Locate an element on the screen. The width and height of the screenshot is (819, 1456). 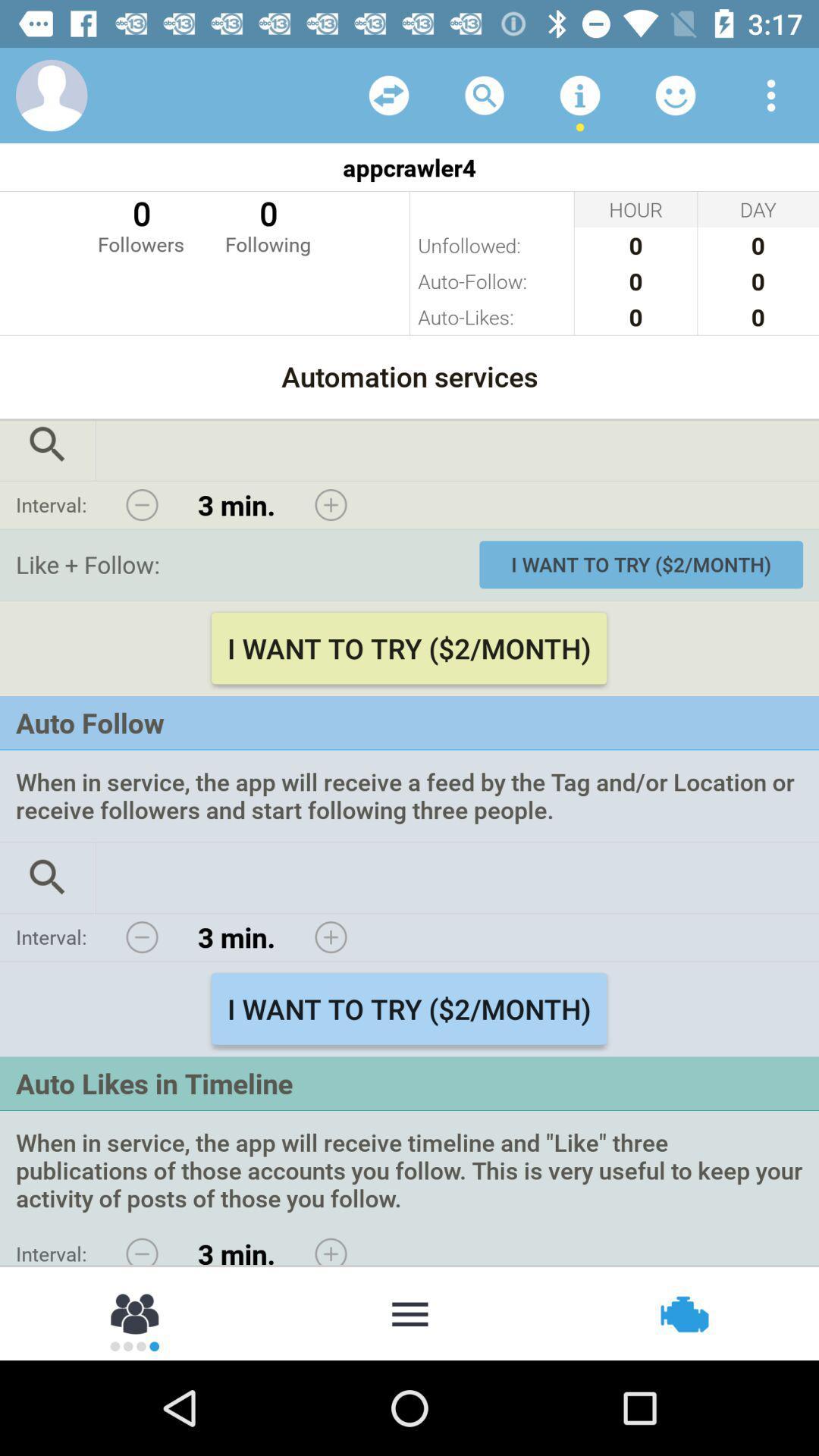
open menu/settings is located at coordinates (771, 94).